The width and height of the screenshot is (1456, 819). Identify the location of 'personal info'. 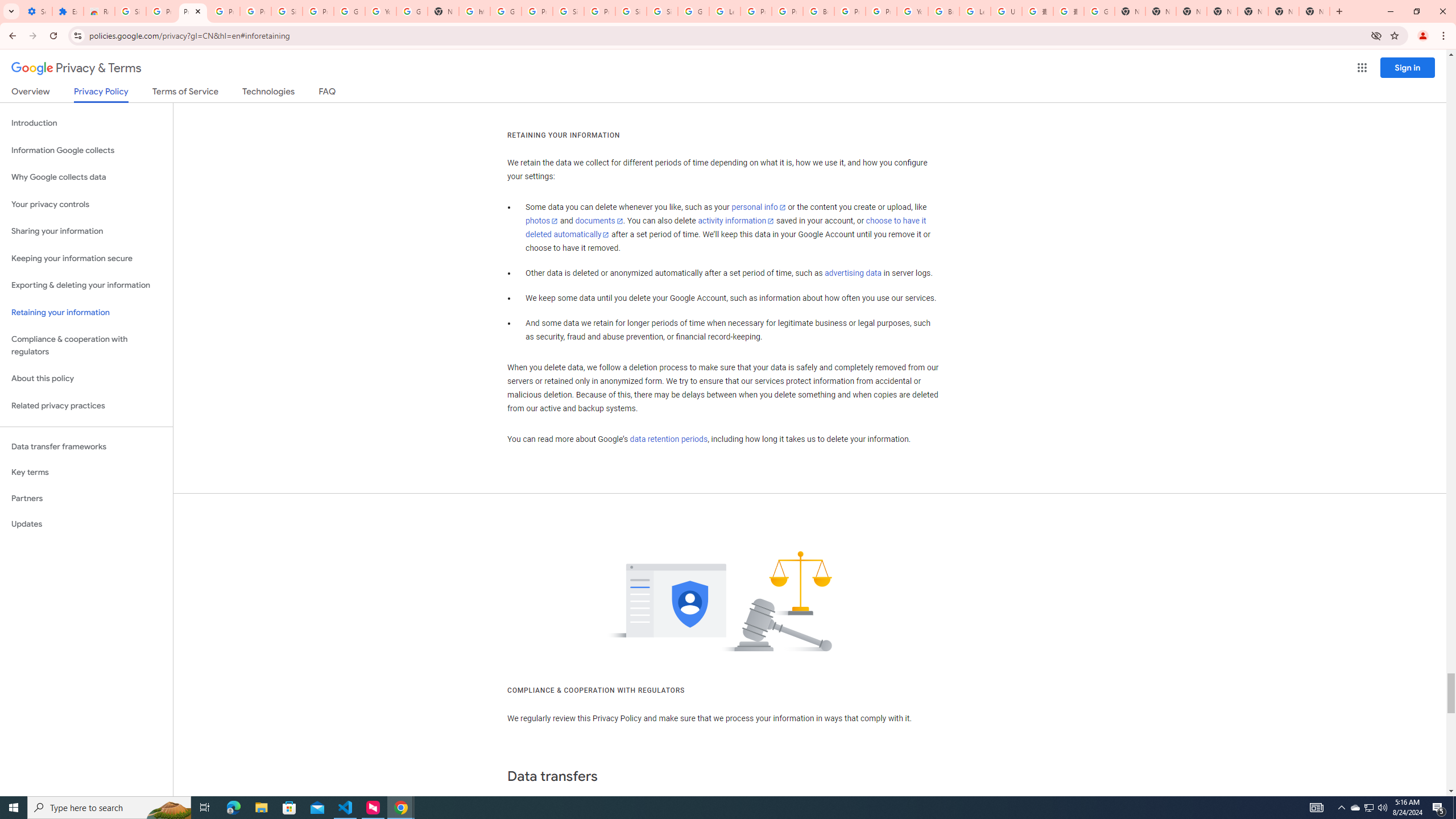
(758, 207).